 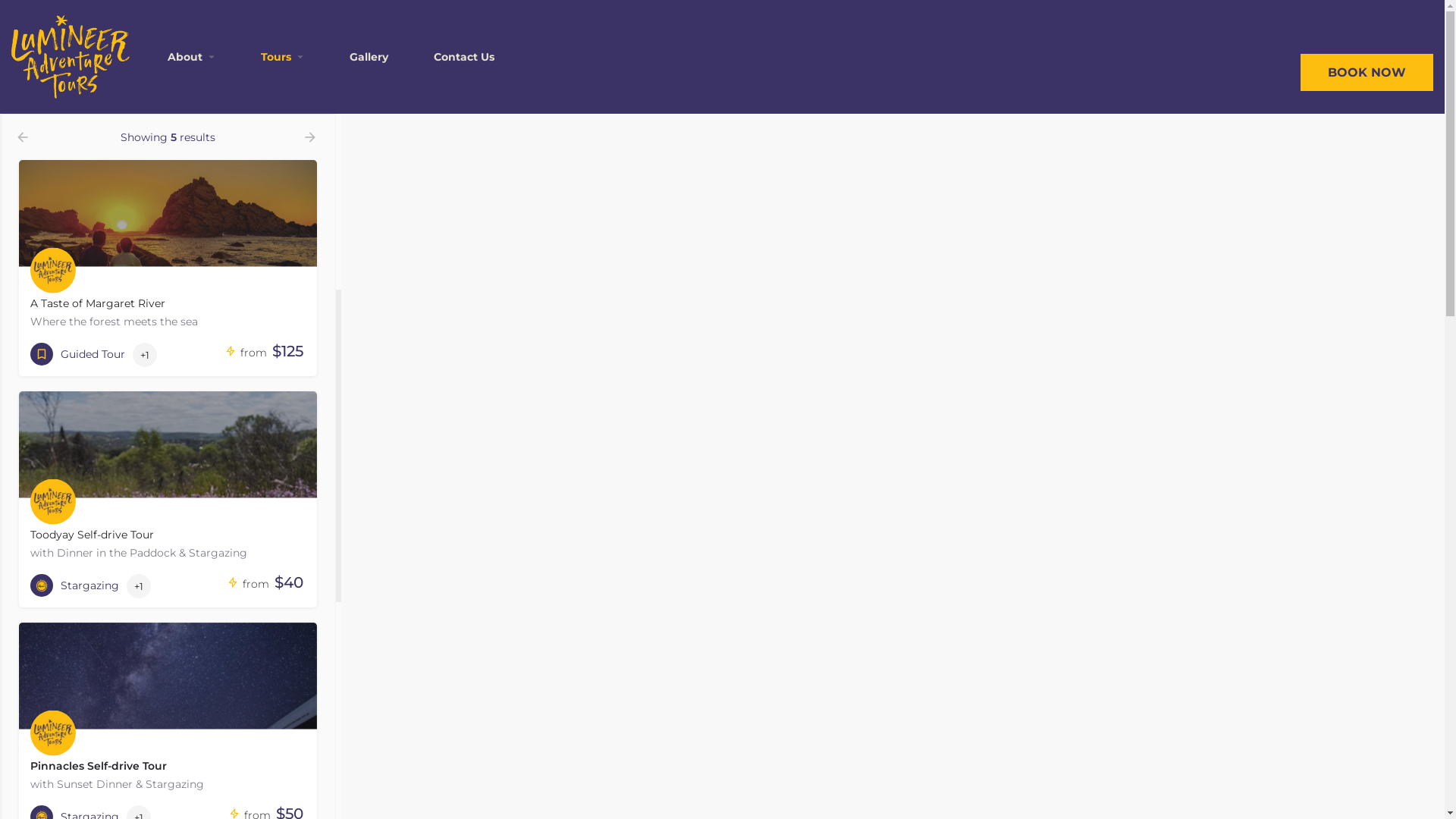 I want to click on 'Stargazing', so click(x=74, y=584).